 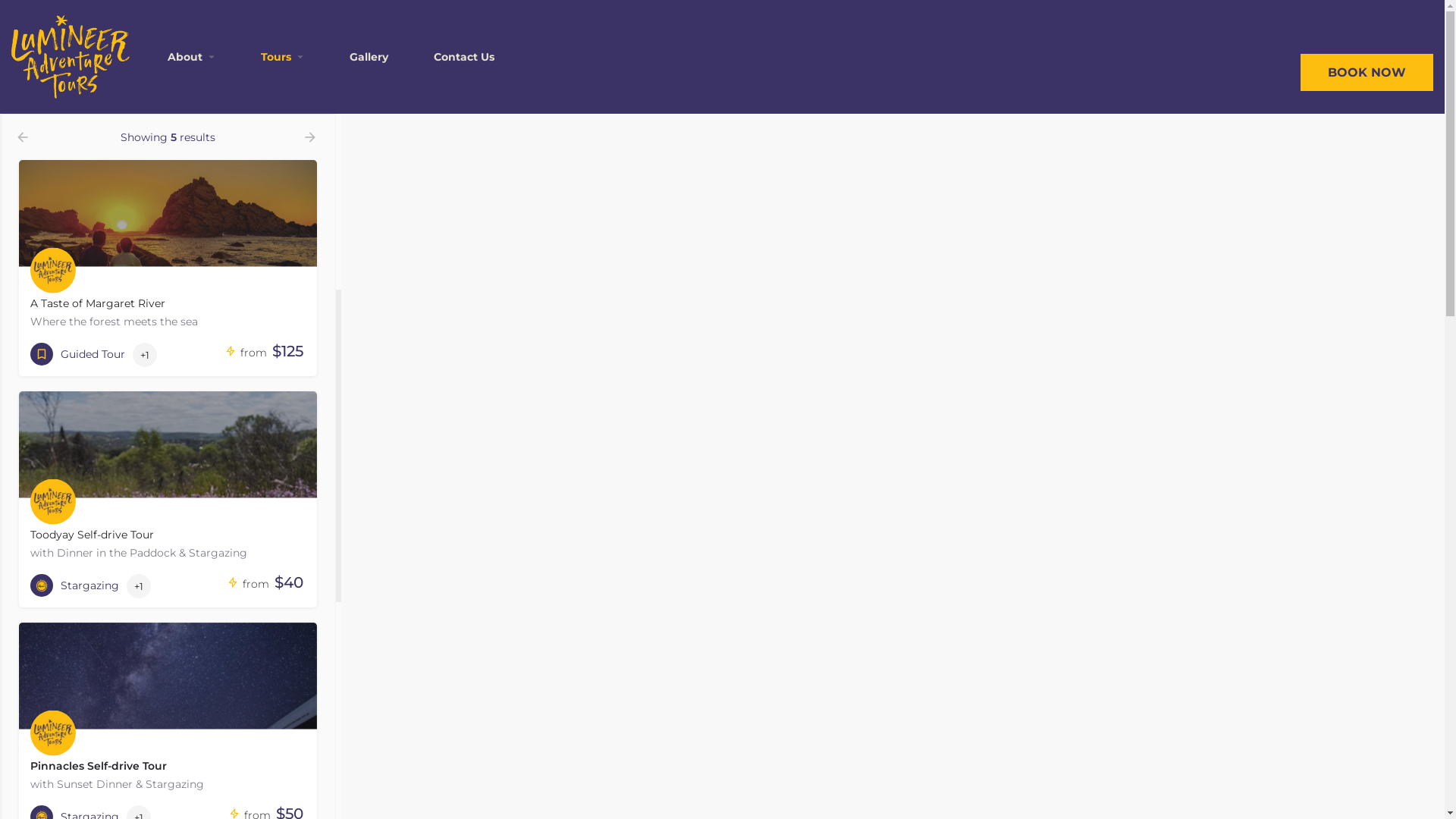 I want to click on 'Stargazing', so click(x=74, y=584).